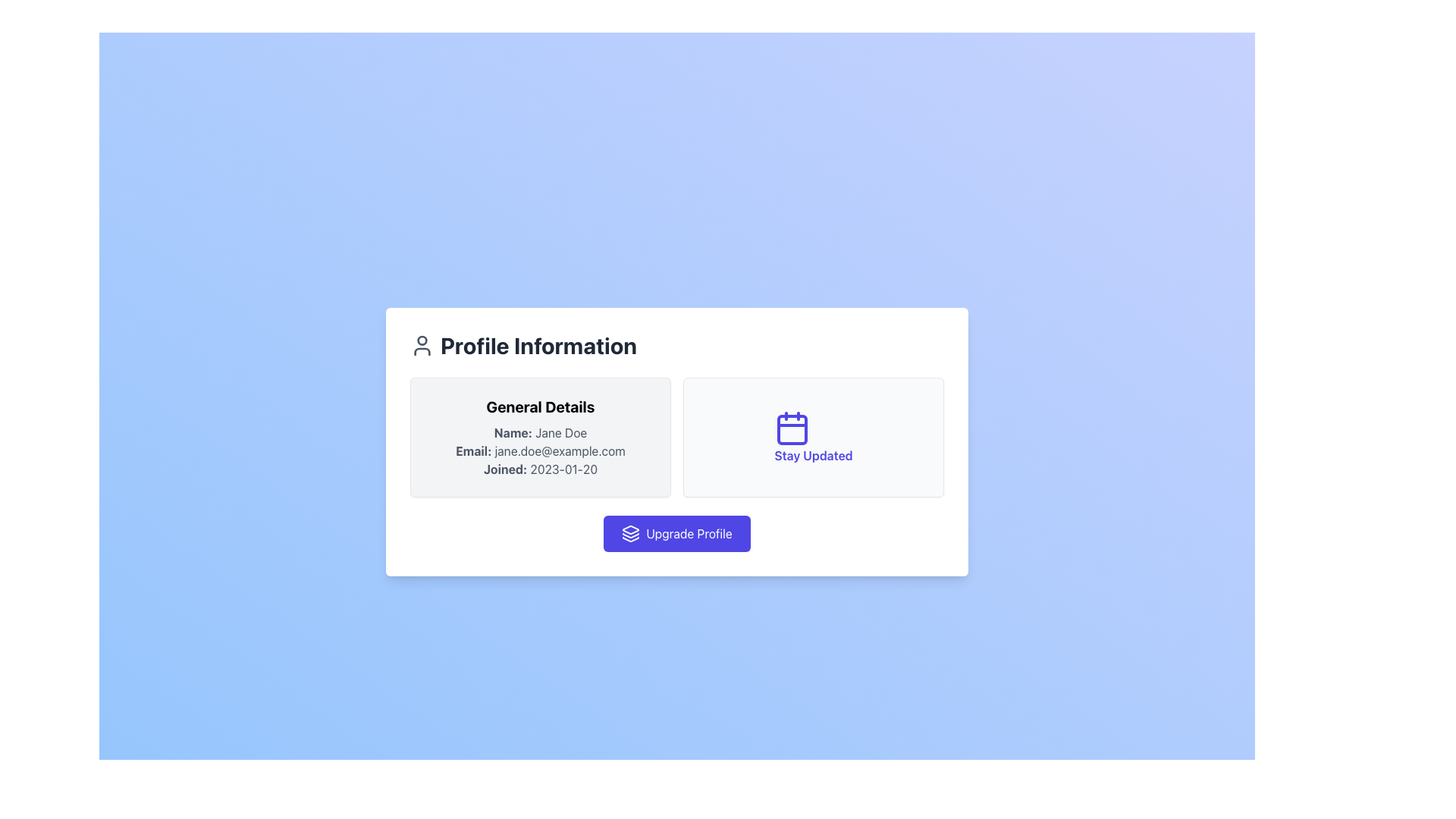 The height and width of the screenshot is (819, 1456). Describe the element at coordinates (792, 430) in the screenshot. I see `the decorative graphic element inside the calendar icon labeled 'Stay Updated', which is a small rectangle with rounded corners located centrally within the icon` at that location.